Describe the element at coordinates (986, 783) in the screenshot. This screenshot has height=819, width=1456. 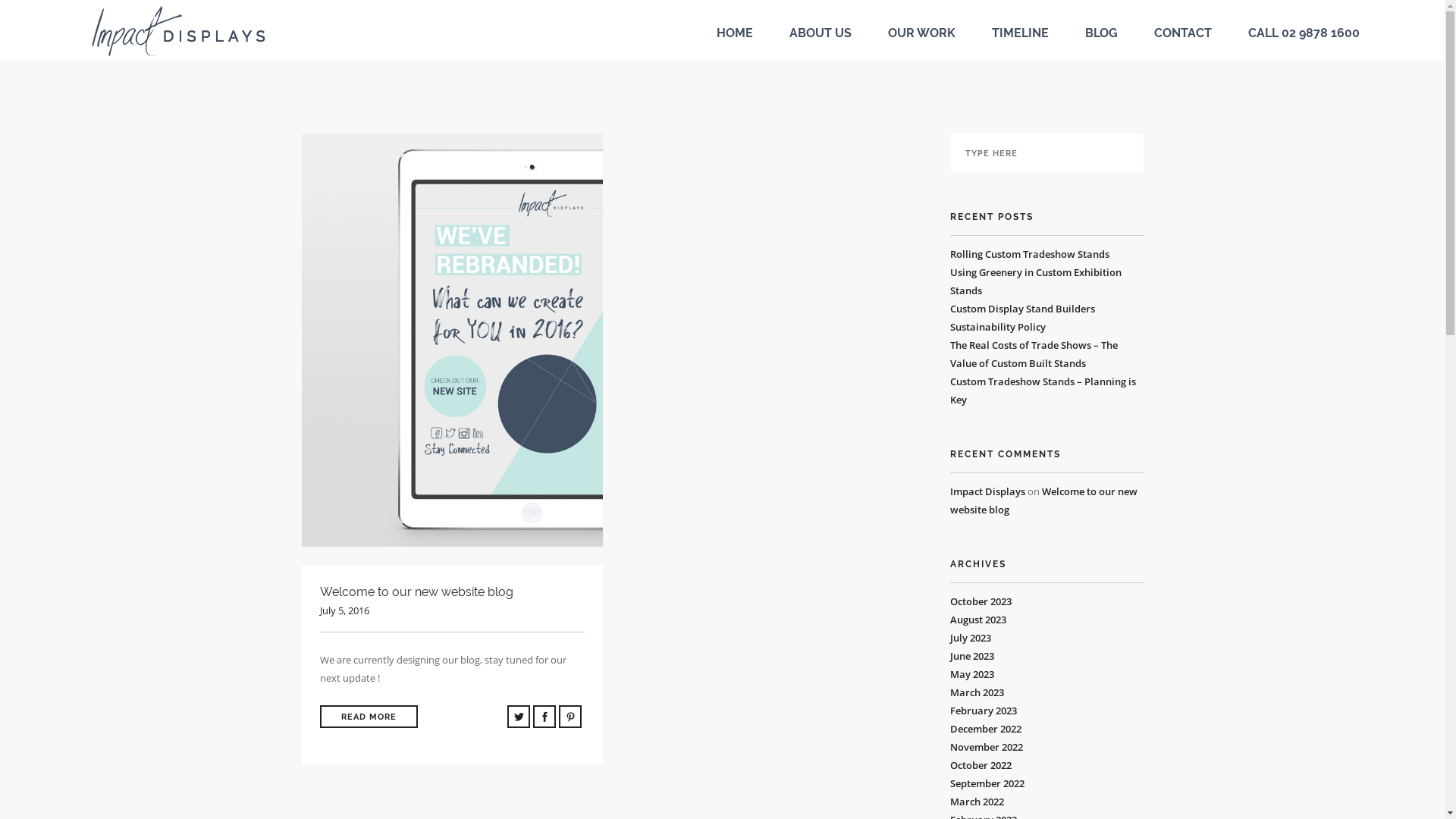
I see `'September 2022'` at that location.